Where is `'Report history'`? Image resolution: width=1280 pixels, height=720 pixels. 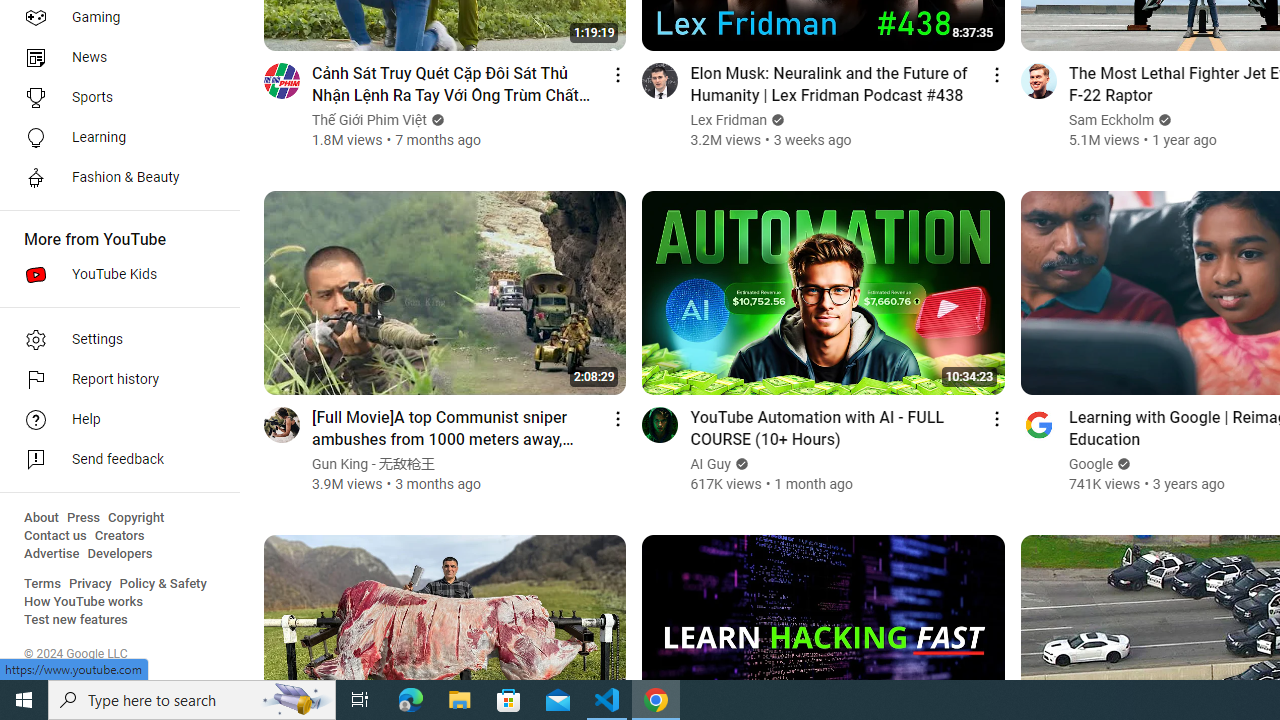
'Report history' is located at coordinates (112, 380).